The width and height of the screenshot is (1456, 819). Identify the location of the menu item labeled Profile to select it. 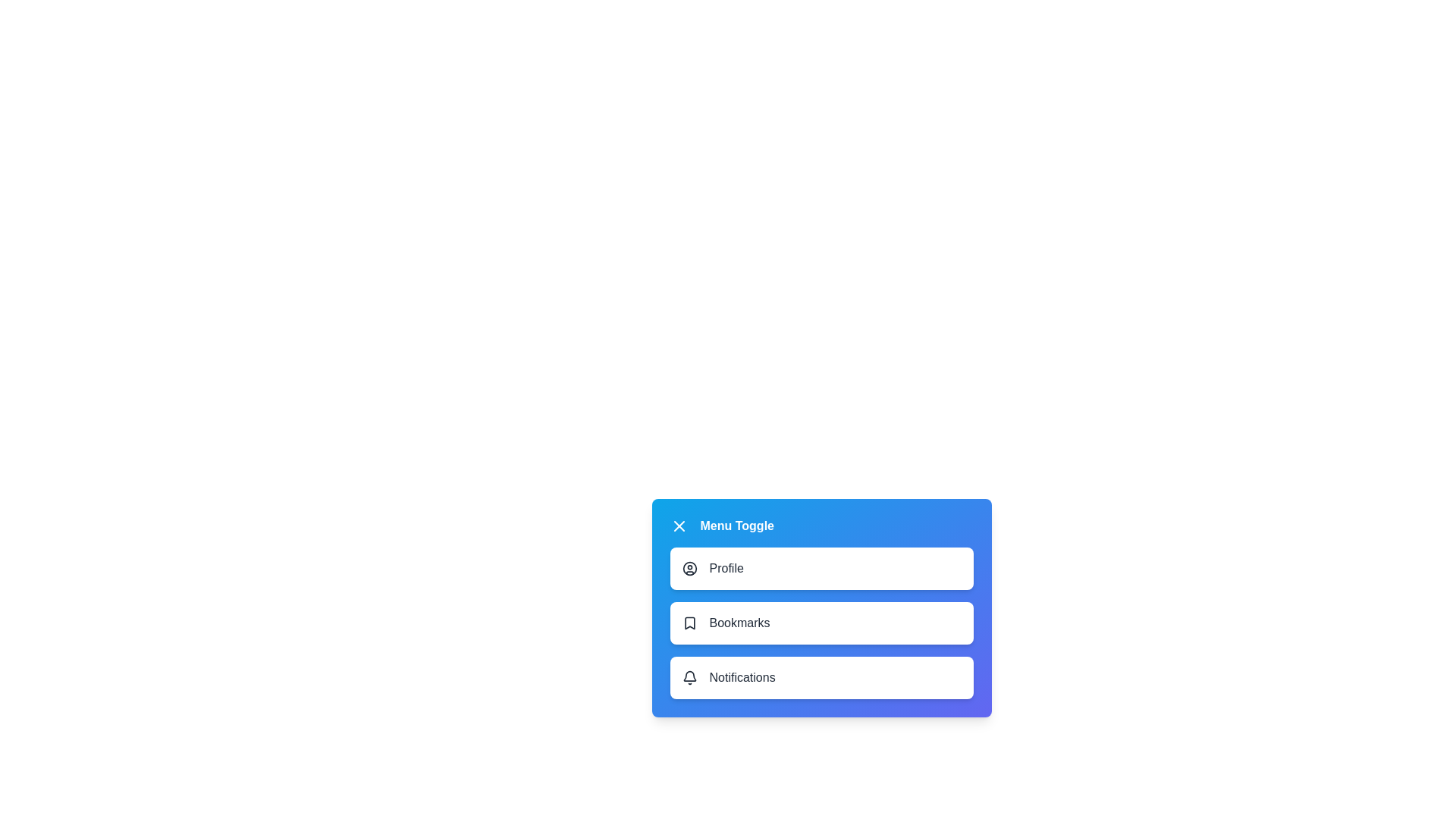
(821, 568).